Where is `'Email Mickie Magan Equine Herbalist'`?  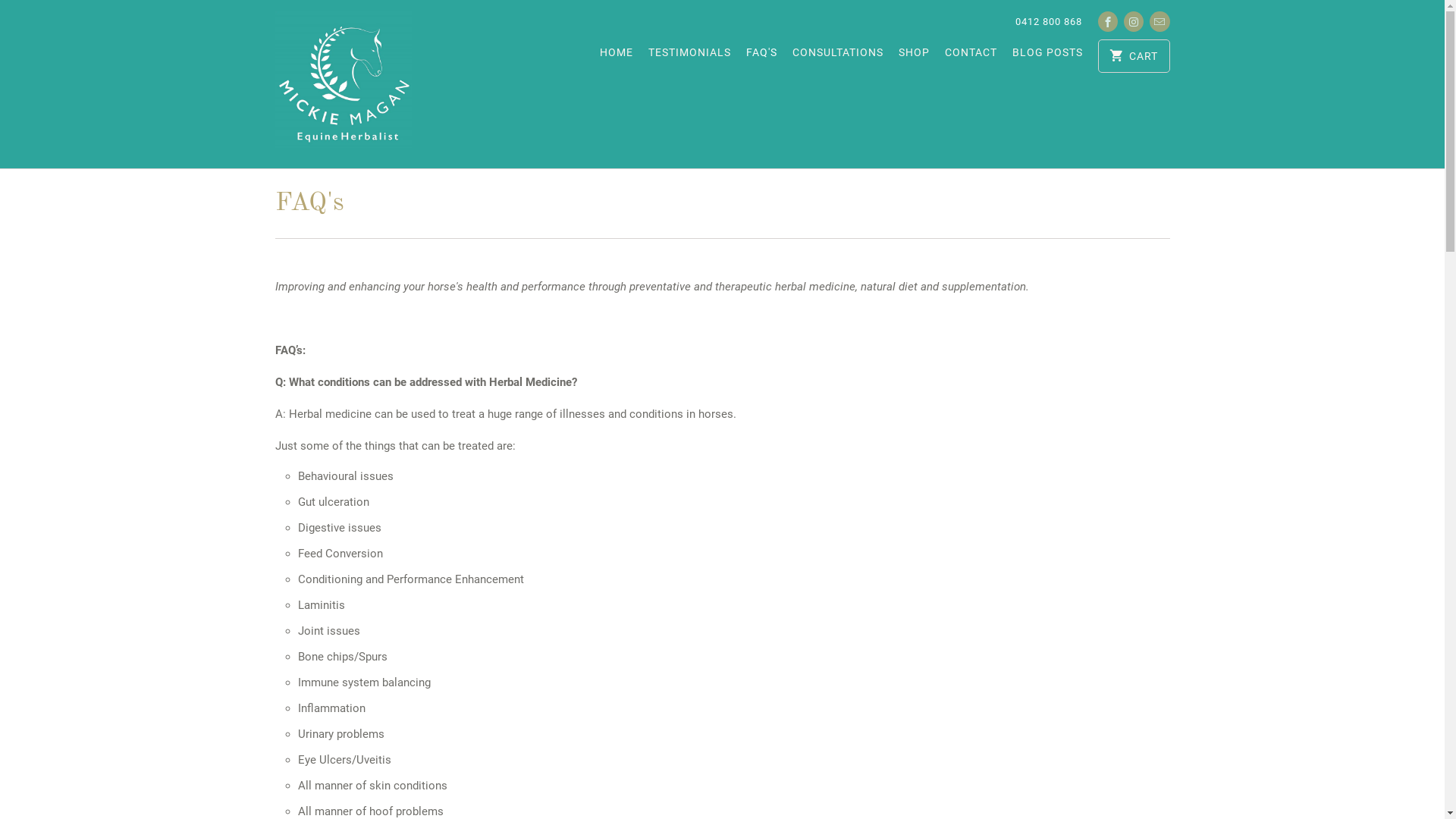
'Email Mickie Magan Equine Herbalist' is located at coordinates (1159, 21).